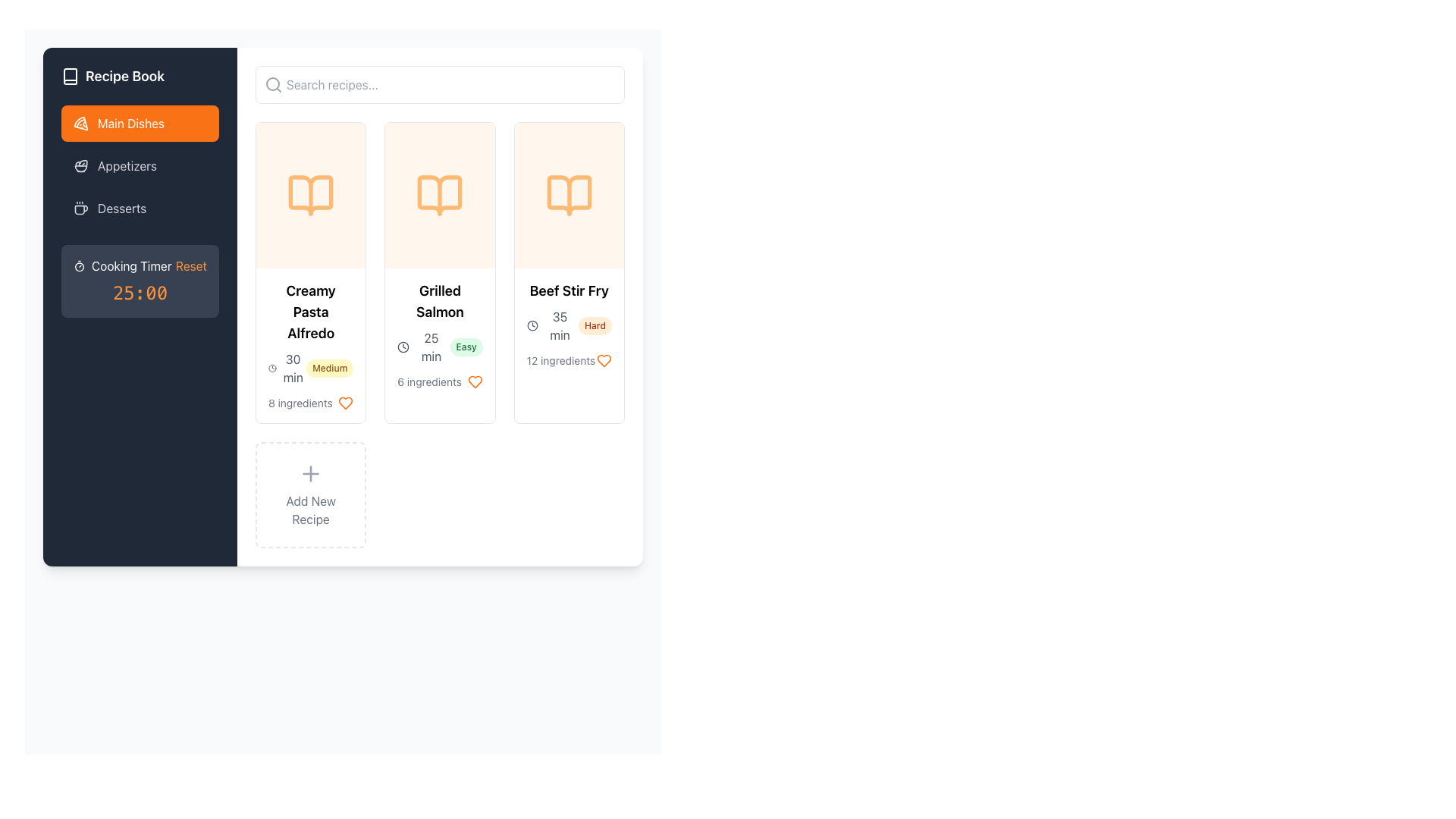 The image size is (1456, 819). What do you see at coordinates (439, 301) in the screenshot?
I see `the 'Grilled Salmon' text label, which is the title of a recipe card, located at the top of the second card in a vertical recipe list` at bounding box center [439, 301].